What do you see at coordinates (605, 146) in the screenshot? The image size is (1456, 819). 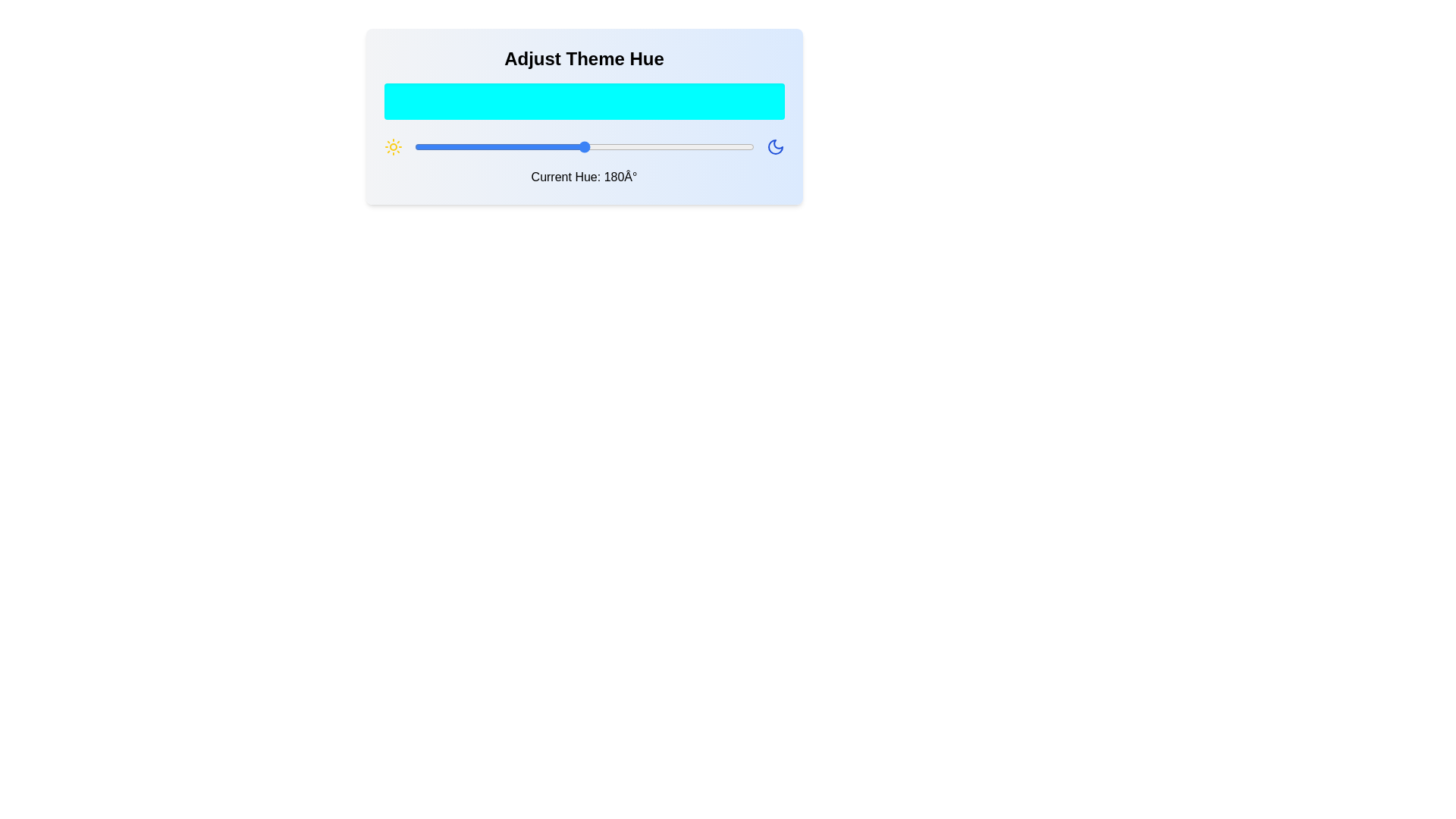 I see `the hue to 203 degrees by dragging the slider` at bounding box center [605, 146].